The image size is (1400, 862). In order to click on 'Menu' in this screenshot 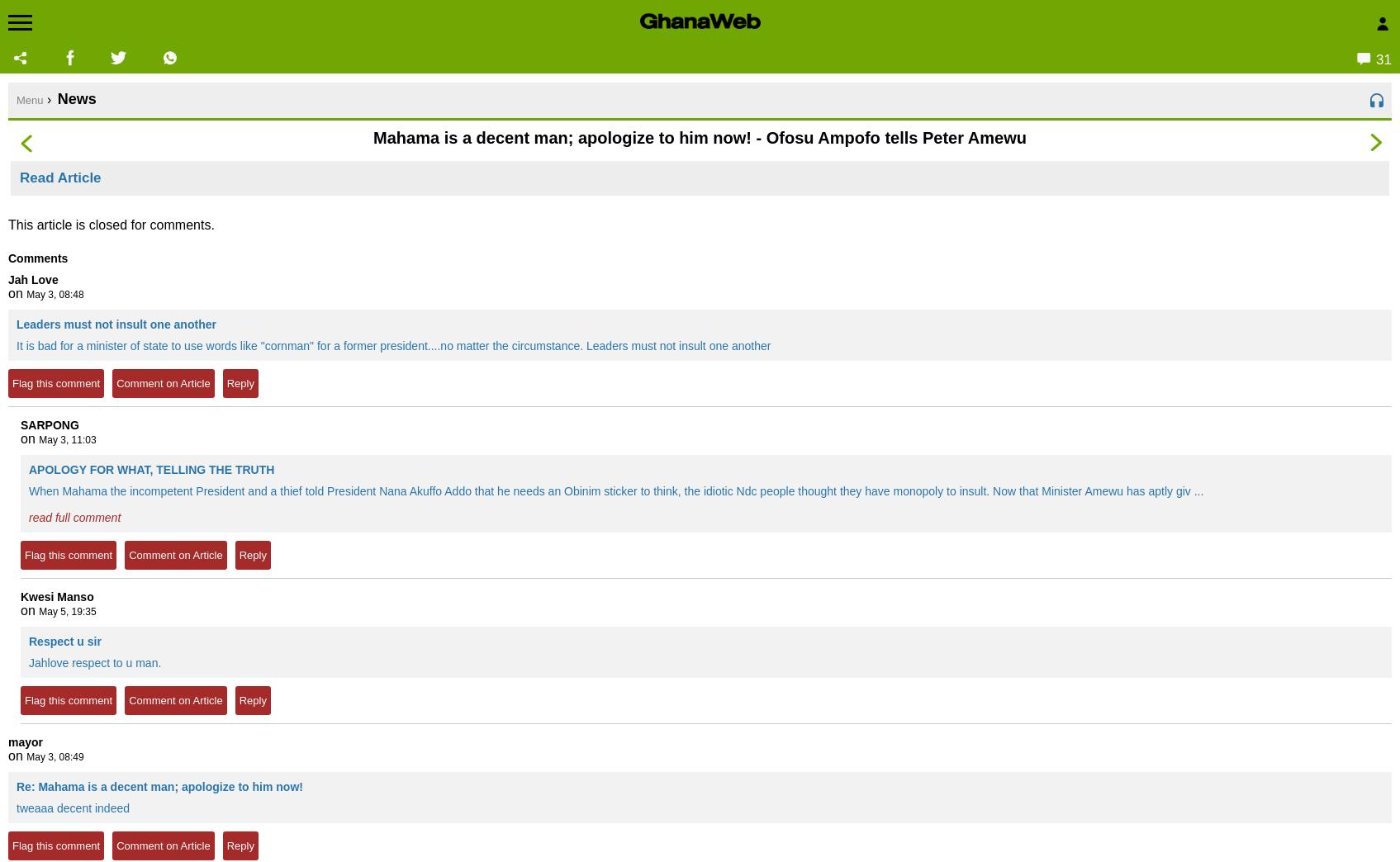, I will do `click(29, 100)`.